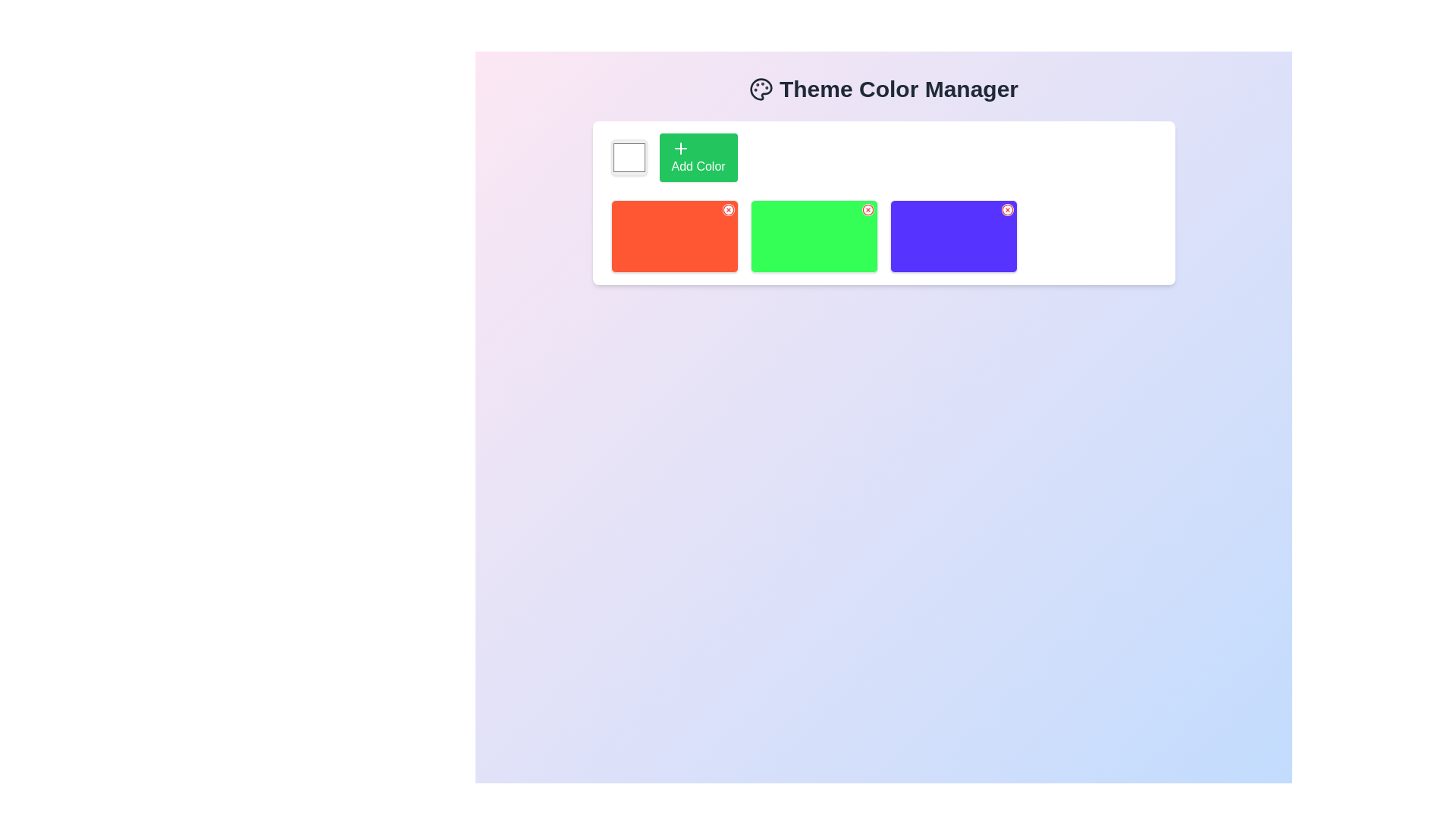 The width and height of the screenshot is (1456, 819). What do you see at coordinates (679, 149) in the screenshot?
I see `the plus icon with a green background inside the 'Add Color' button` at bounding box center [679, 149].